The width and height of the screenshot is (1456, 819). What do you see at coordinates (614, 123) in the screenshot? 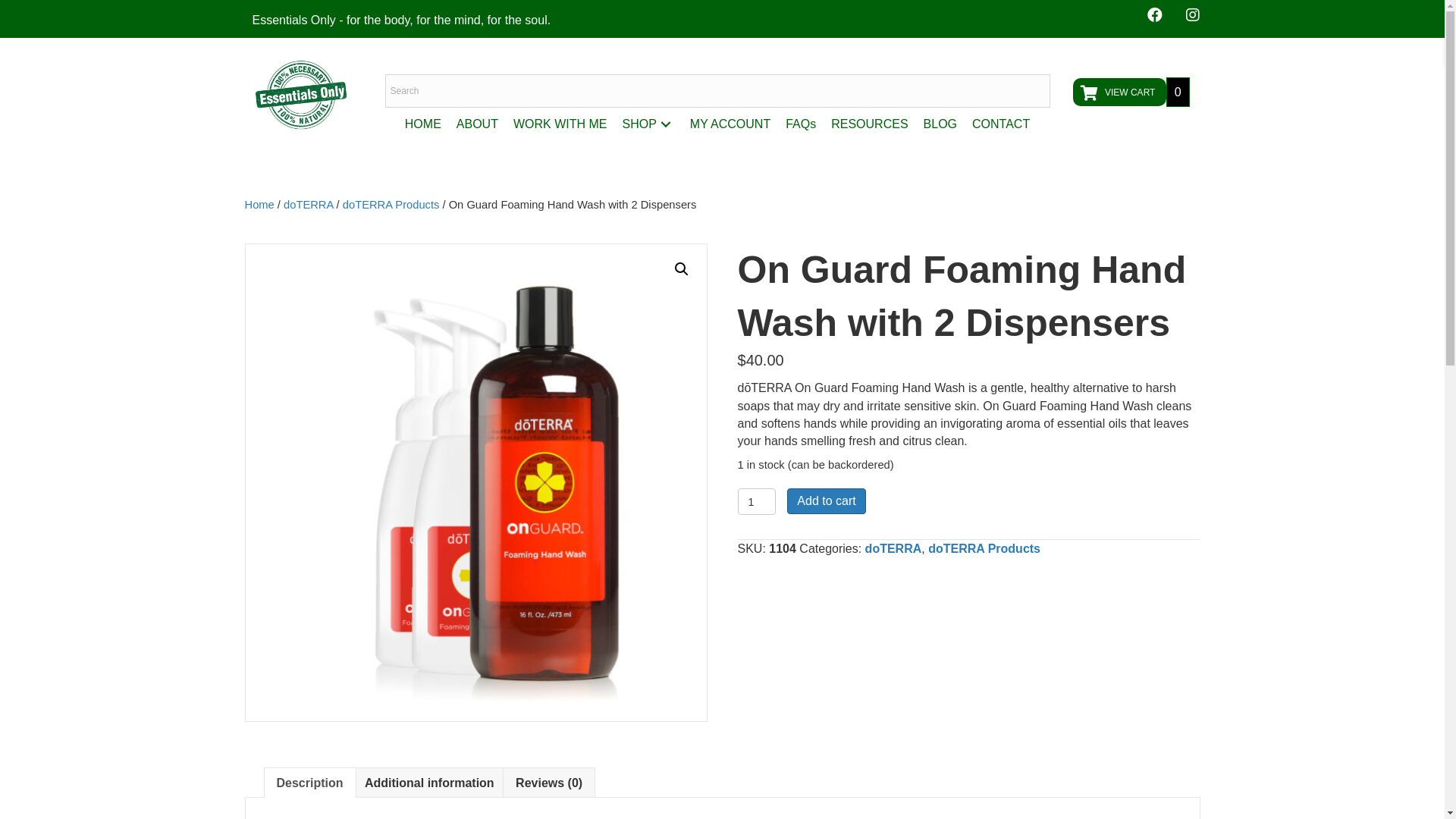
I see `'SHOP'` at bounding box center [614, 123].